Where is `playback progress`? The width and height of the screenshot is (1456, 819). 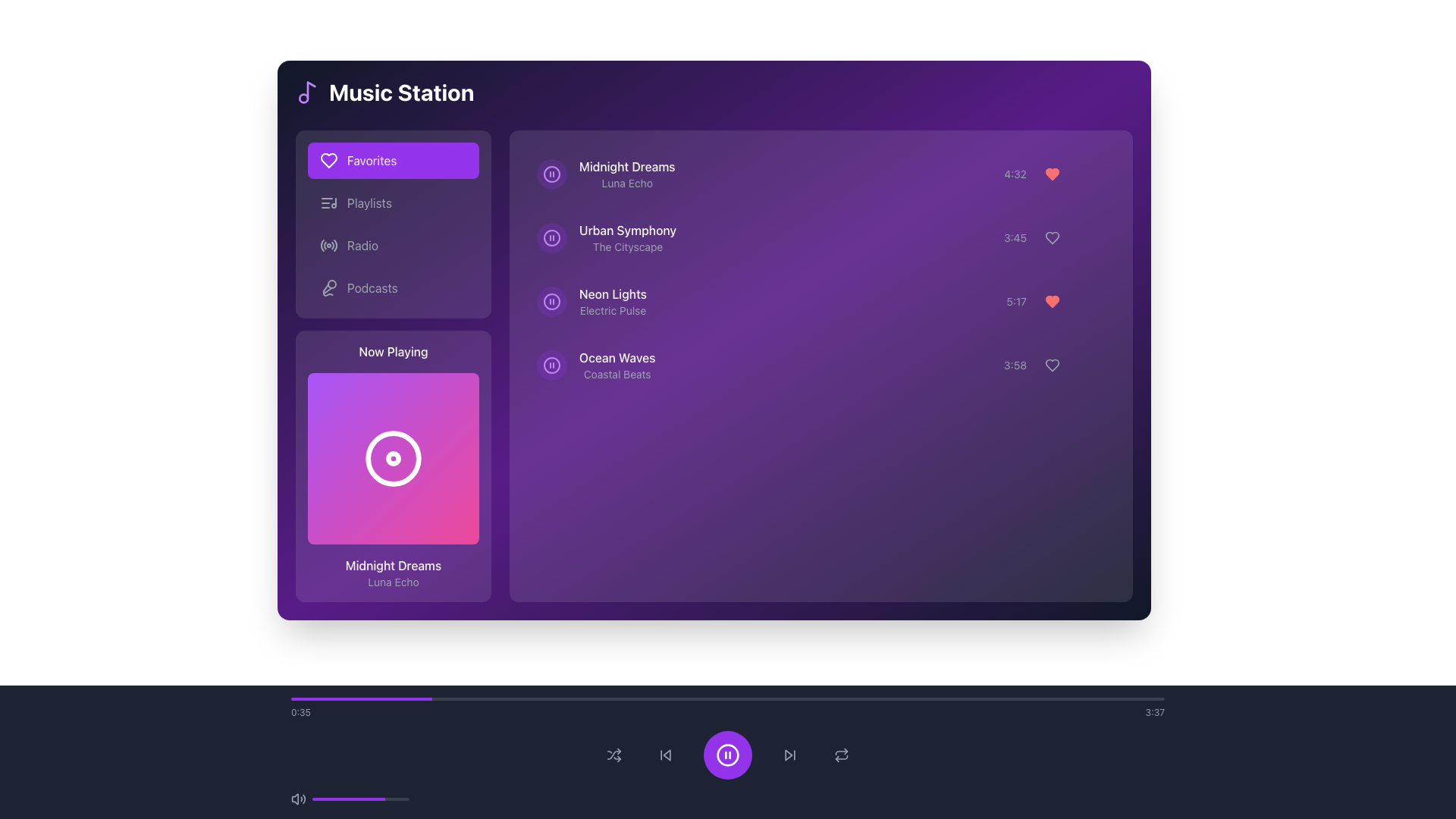 playback progress is located at coordinates (587, 698).